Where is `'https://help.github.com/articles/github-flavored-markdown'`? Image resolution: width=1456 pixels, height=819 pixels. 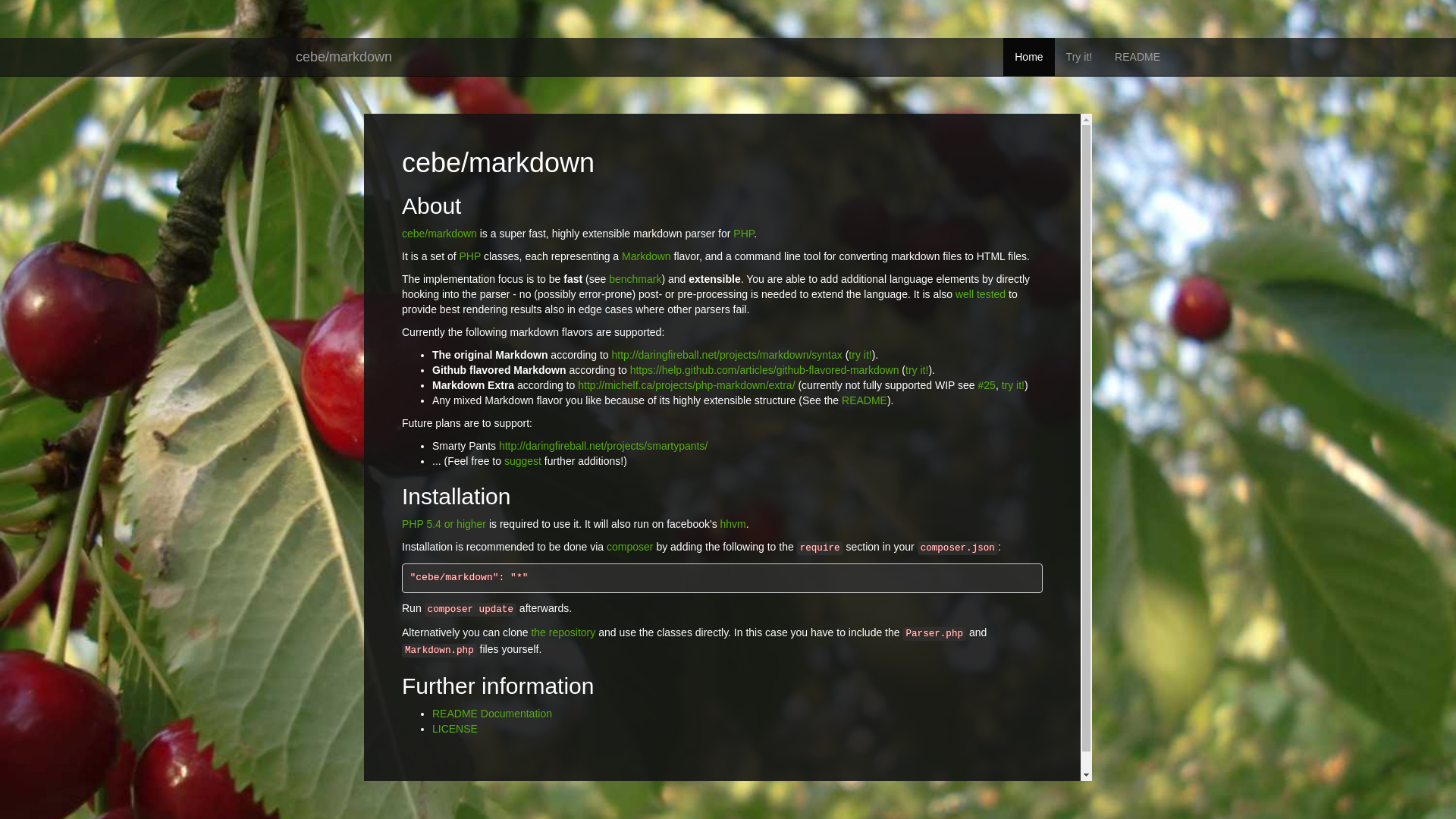
'https://help.github.com/articles/github-flavored-markdown' is located at coordinates (764, 370).